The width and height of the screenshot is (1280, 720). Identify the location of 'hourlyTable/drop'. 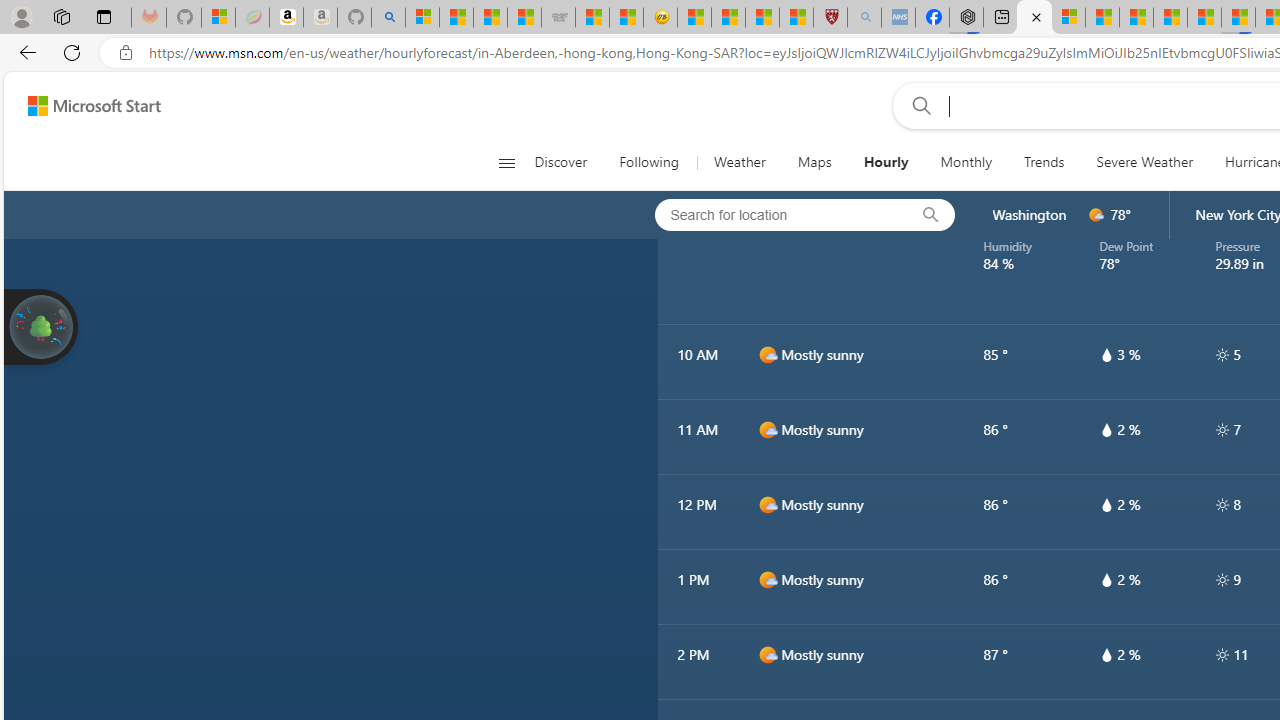
(1105, 654).